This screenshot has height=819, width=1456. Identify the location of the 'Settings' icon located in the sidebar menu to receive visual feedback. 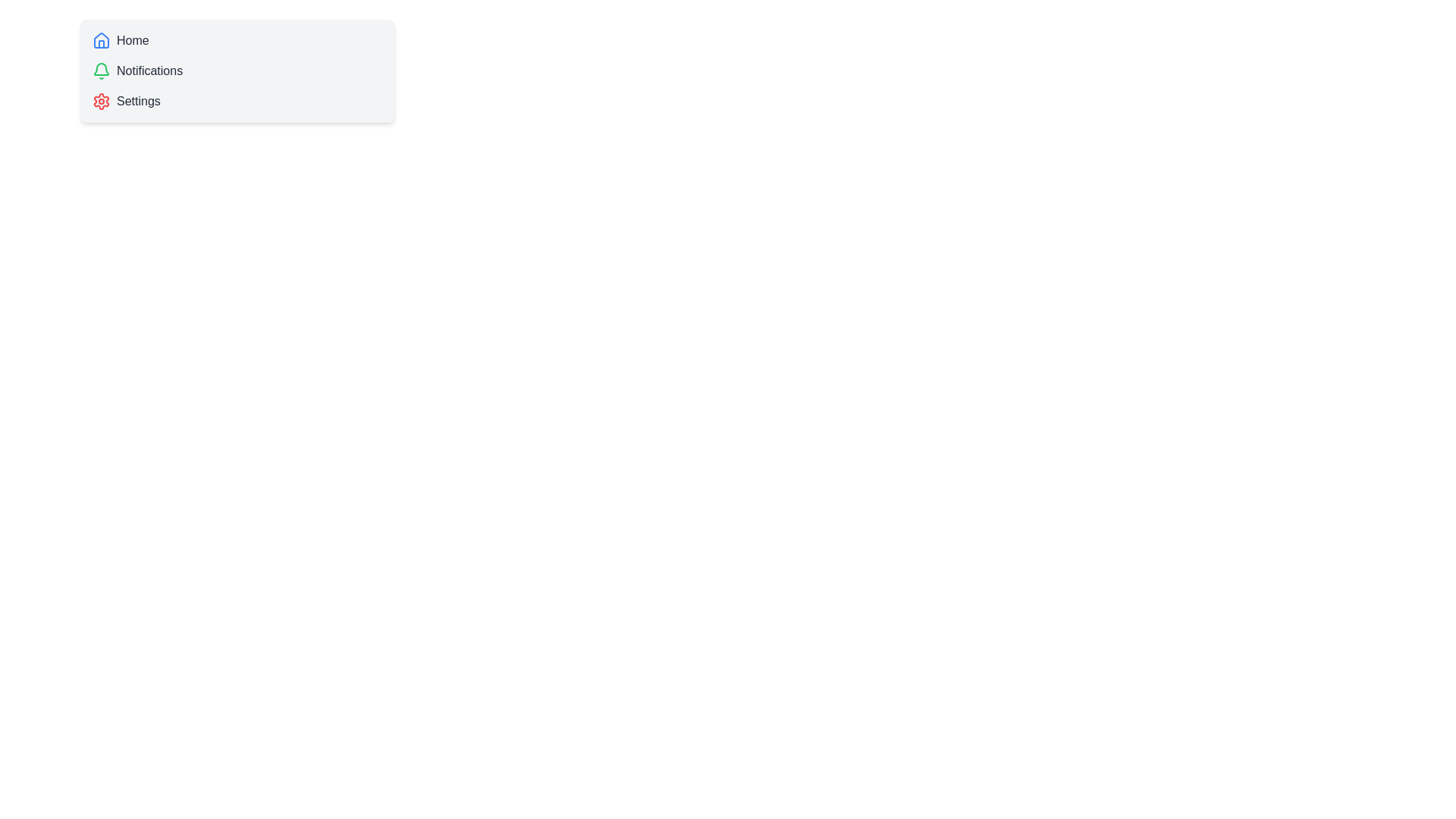
(101, 102).